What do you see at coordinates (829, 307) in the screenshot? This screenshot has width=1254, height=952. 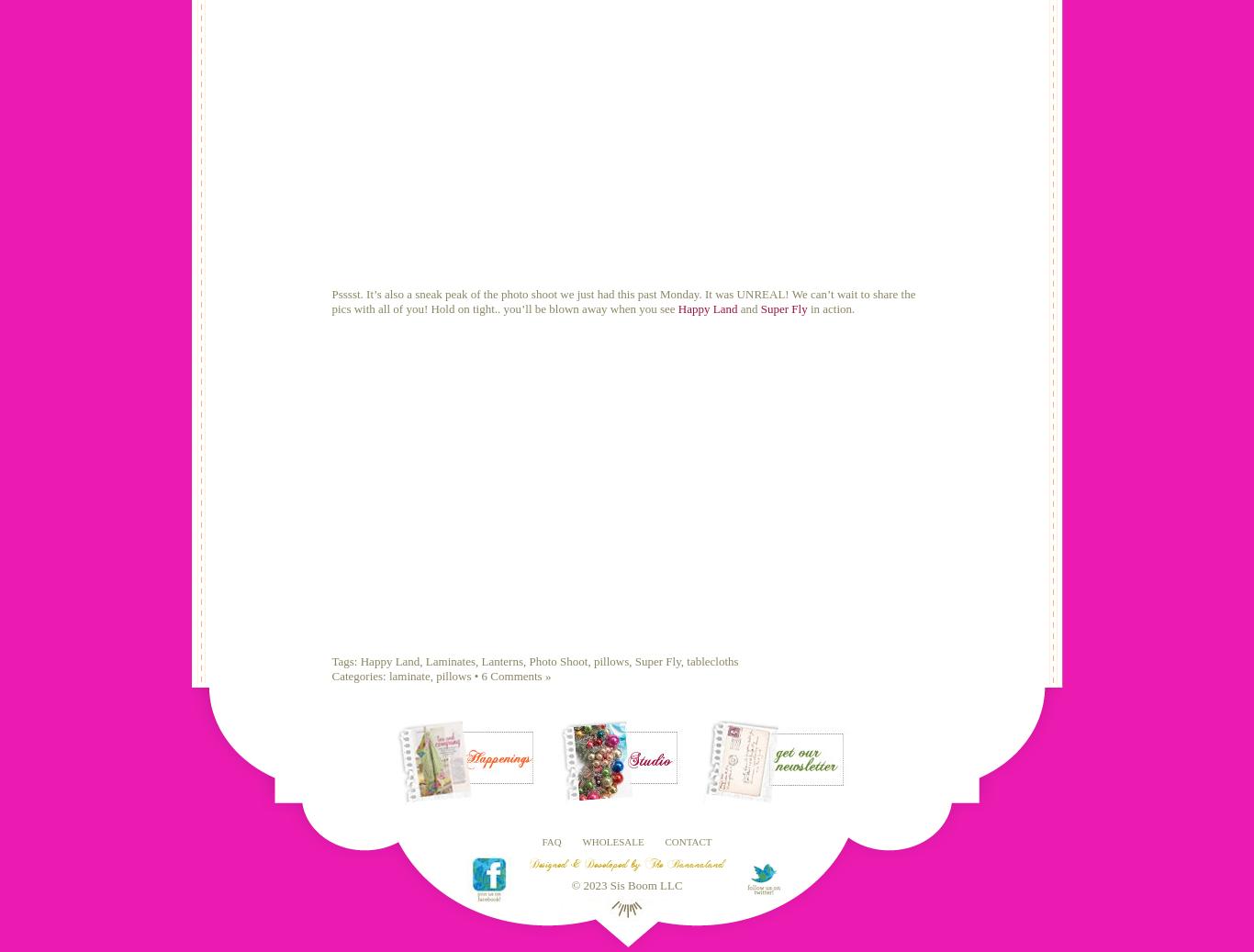 I see `'in action.'` at bounding box center [829, 307].